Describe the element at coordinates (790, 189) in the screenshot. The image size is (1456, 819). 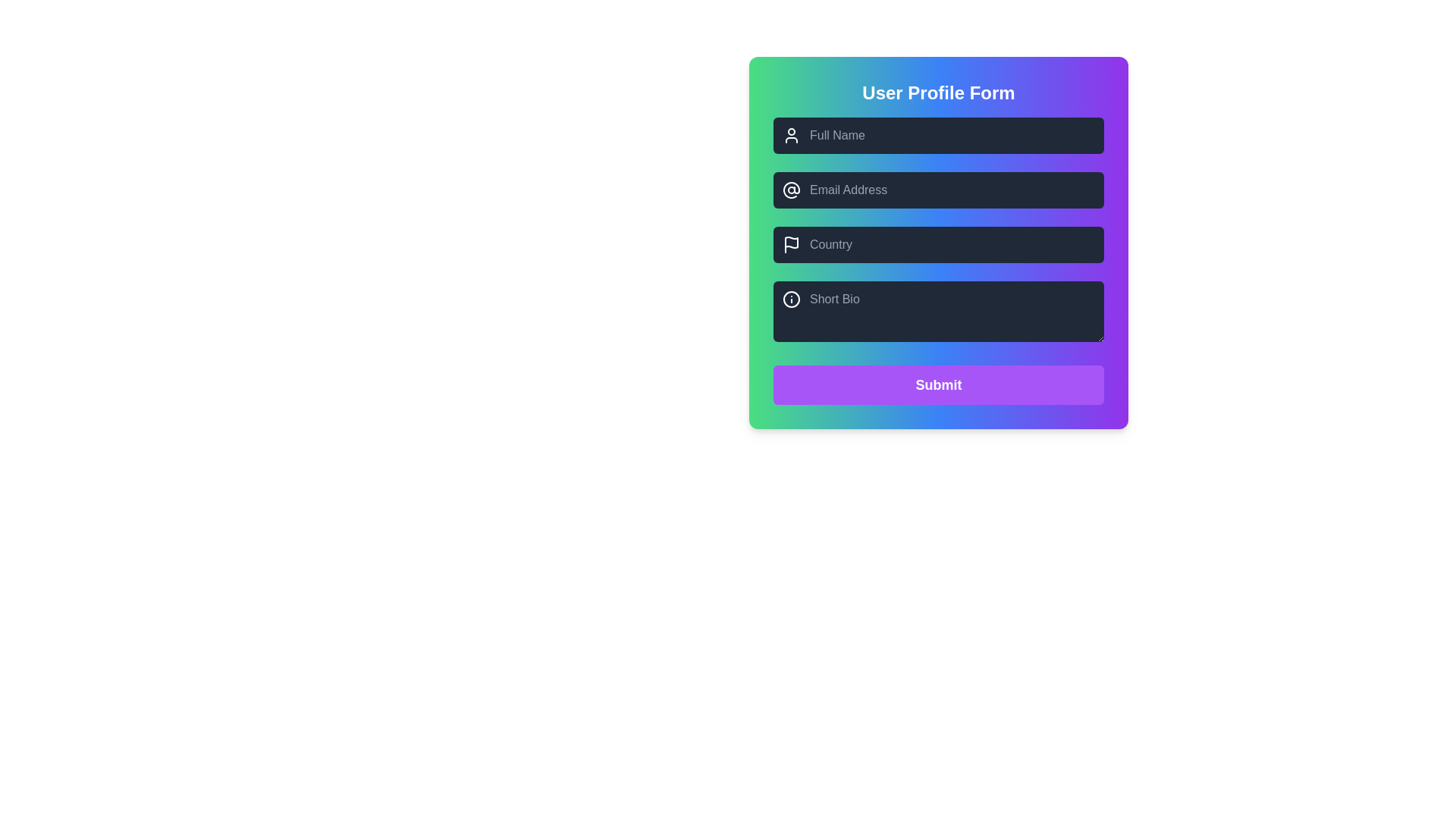
I see `the '@' icon displayed in white color on a dark background, located to the left of the 'Email Address' input field in the user profile form` at that location.